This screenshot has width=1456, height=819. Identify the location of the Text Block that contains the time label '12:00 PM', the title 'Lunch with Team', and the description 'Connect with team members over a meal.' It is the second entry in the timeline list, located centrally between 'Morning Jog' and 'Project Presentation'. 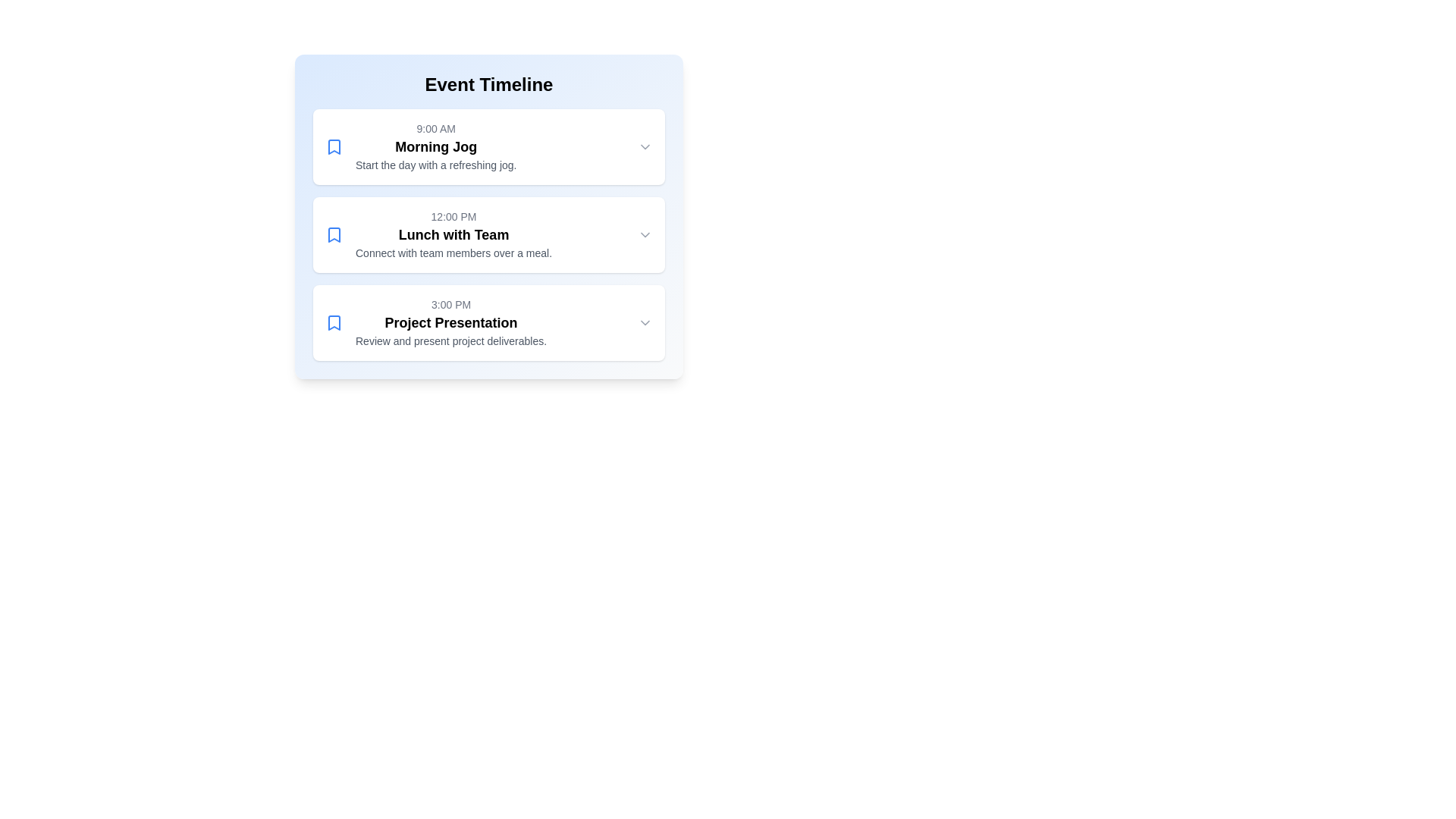
(453, 234).